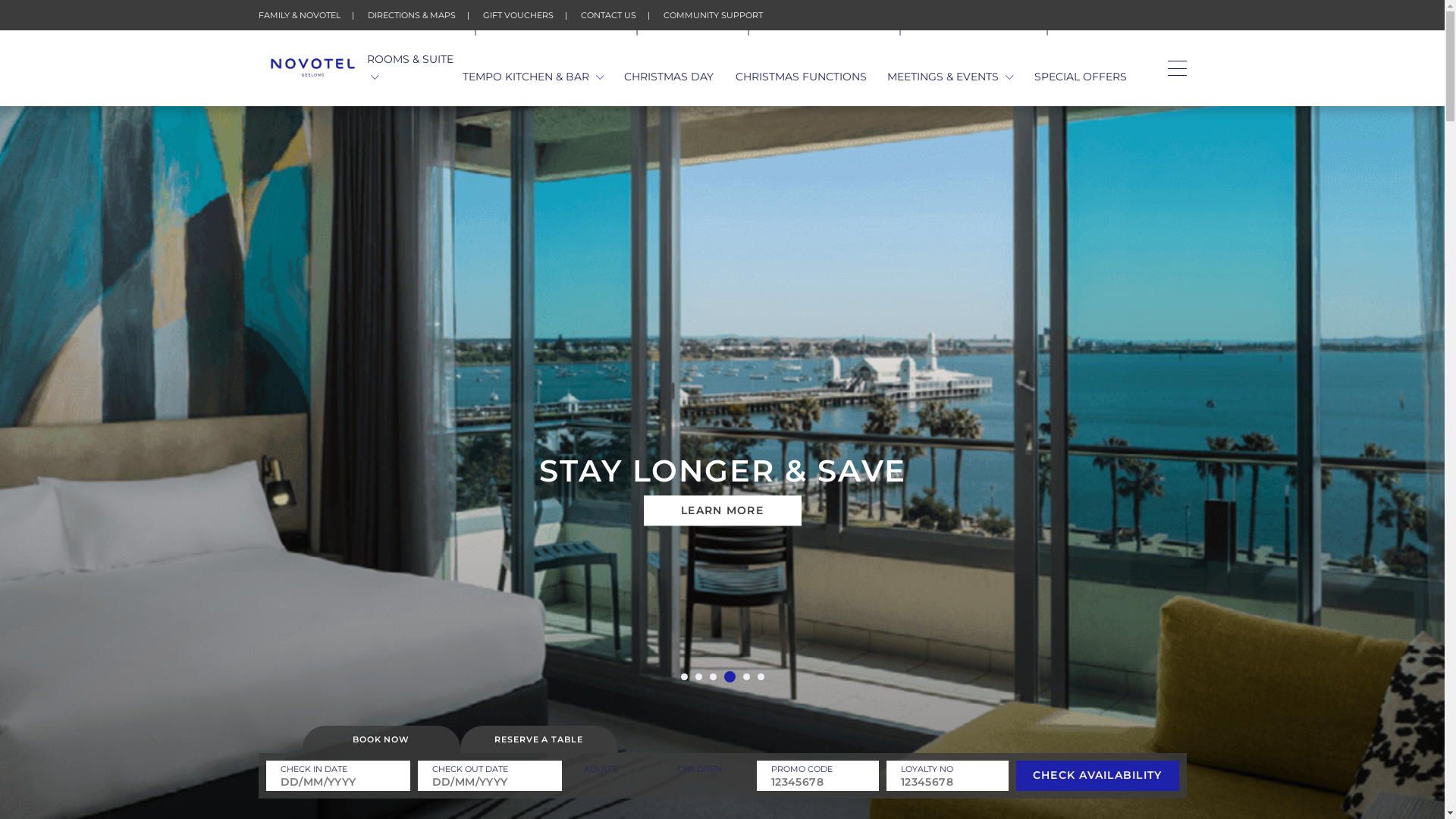  Describe the element at coordinates (533, 77) in the screenshot. I see `'TEMPO KITCHEN & BAR'` at that location.